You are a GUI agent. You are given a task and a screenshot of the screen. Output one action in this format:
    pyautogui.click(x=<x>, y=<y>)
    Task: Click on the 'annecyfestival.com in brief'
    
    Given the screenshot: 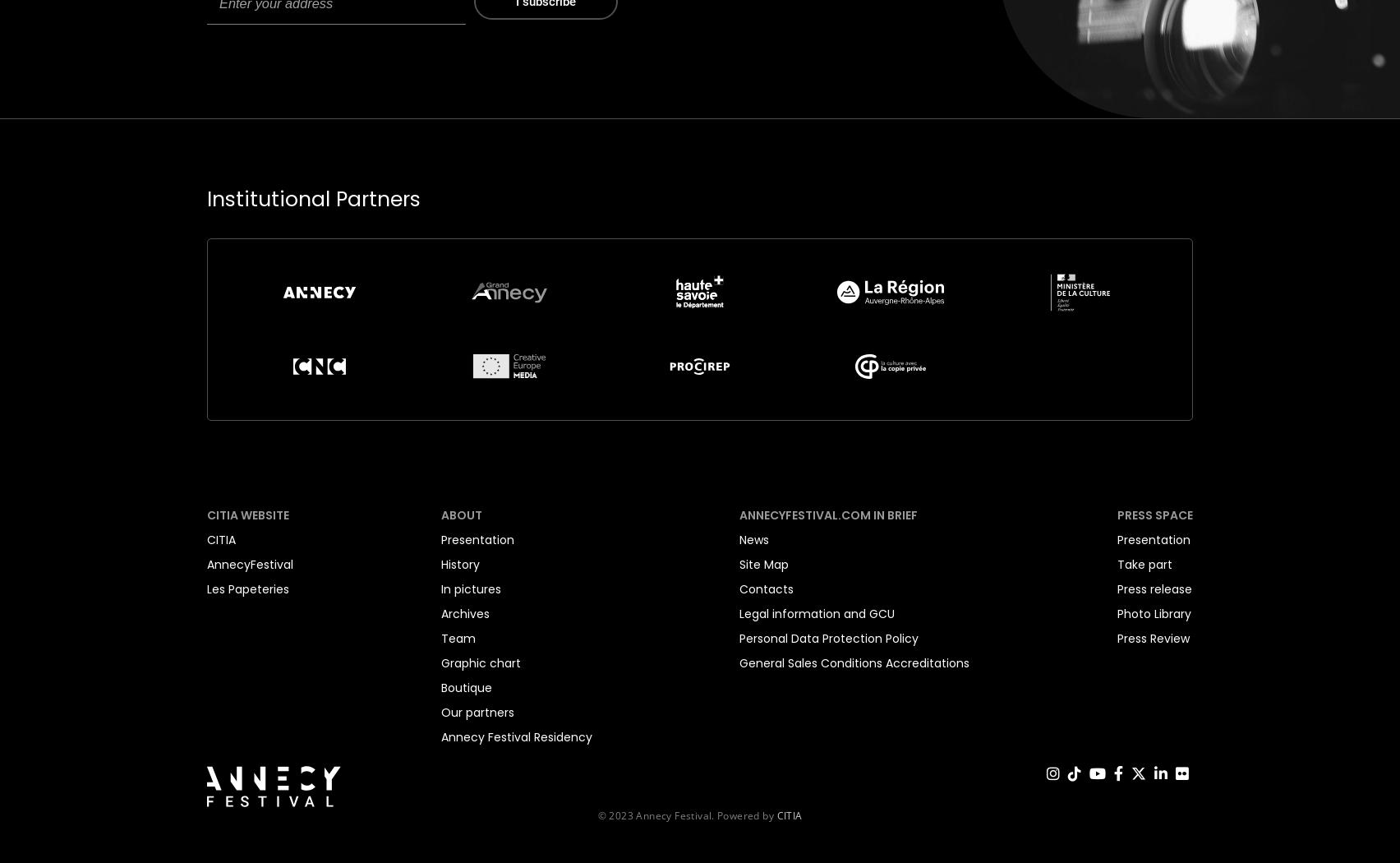 What is the action you would take?
    pyautogui.click(x=739, y=515)
    